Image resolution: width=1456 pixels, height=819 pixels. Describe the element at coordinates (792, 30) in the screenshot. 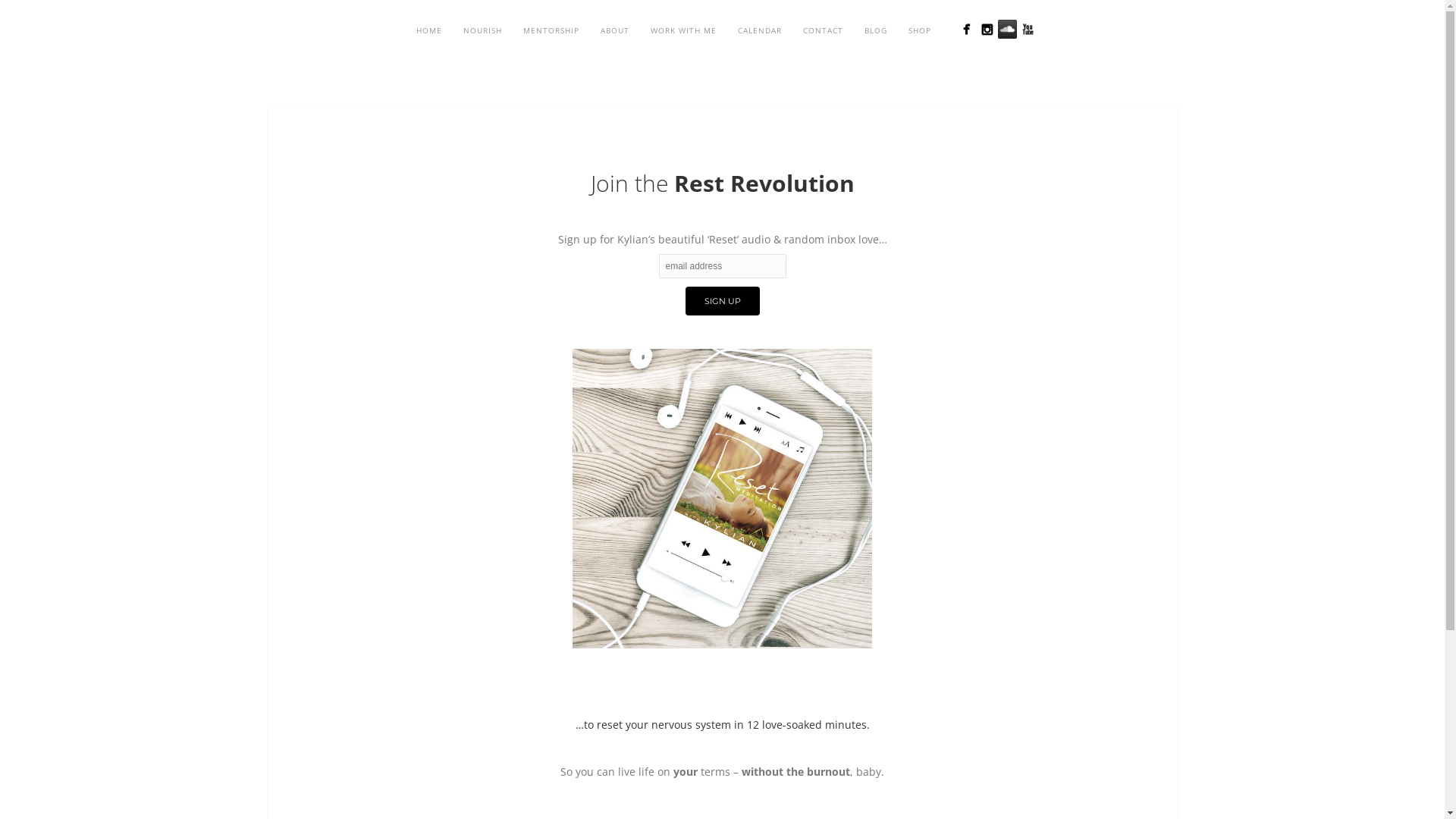

I see `'CONTACT'` at that location.